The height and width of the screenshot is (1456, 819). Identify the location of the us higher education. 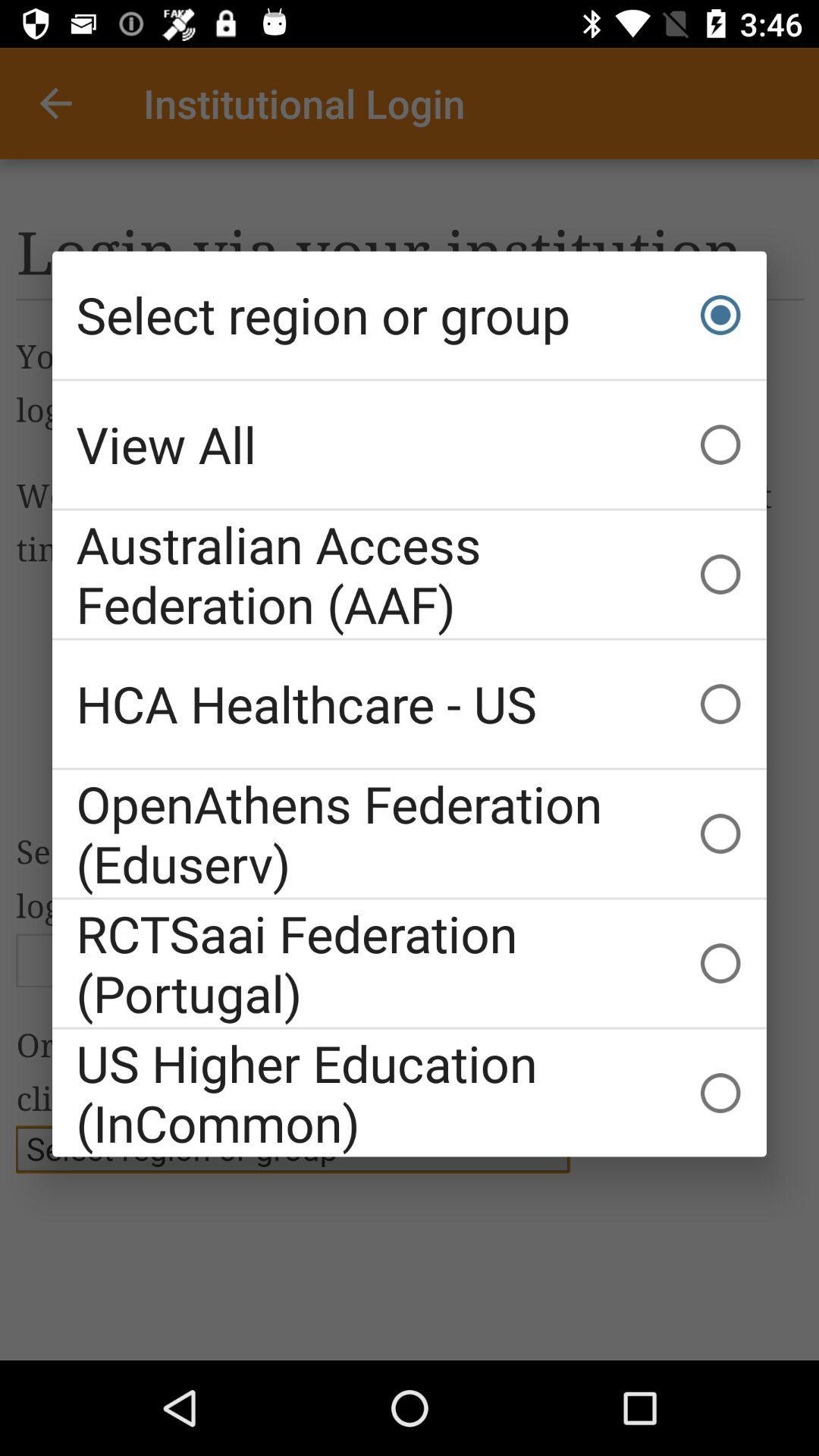
(409, 1093).